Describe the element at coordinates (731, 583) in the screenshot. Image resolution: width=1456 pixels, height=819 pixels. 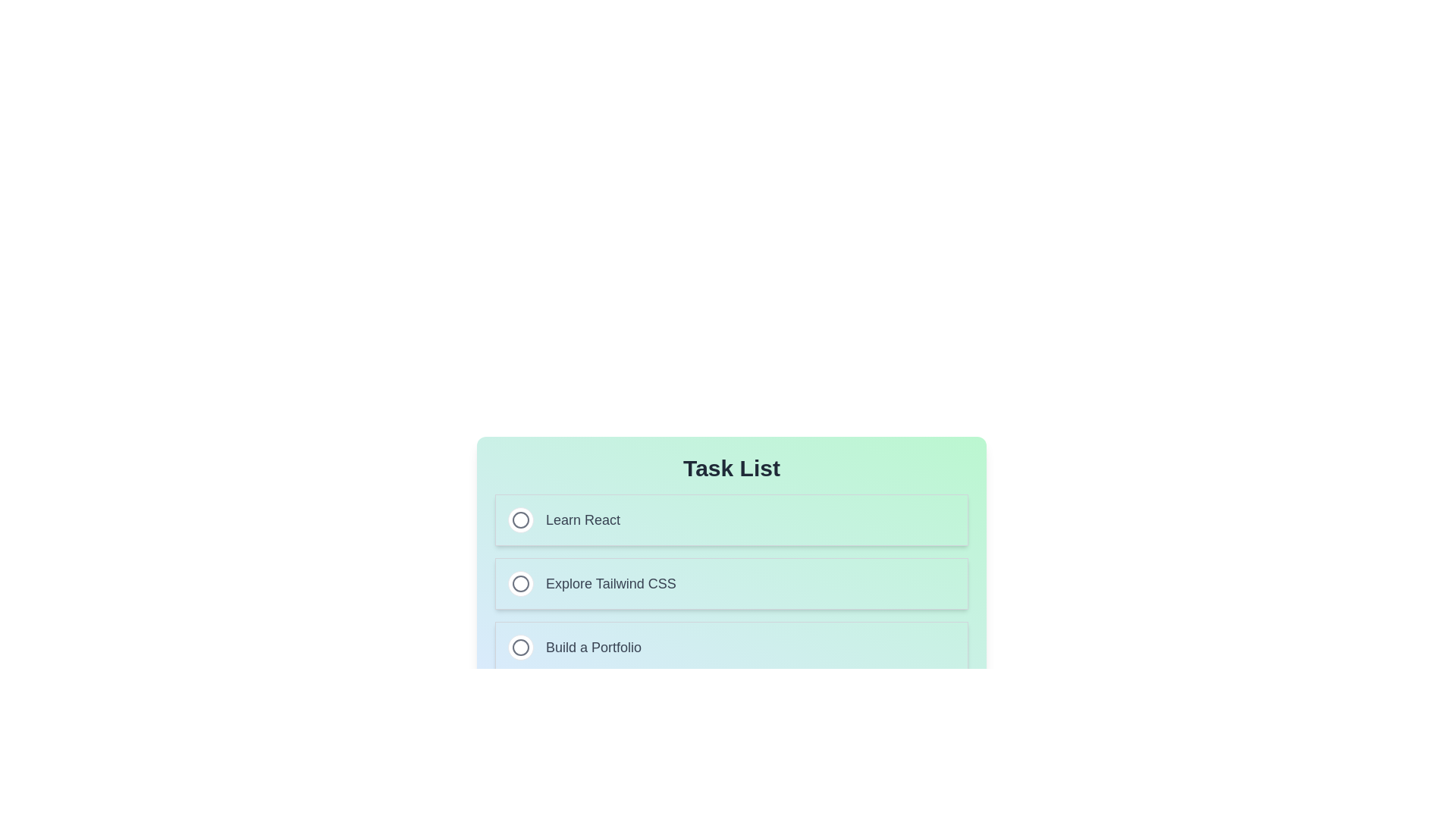
I see `the circular button on the left side of the 'Explore Tailwind CSS' selectable list item to mark the task` at that location.